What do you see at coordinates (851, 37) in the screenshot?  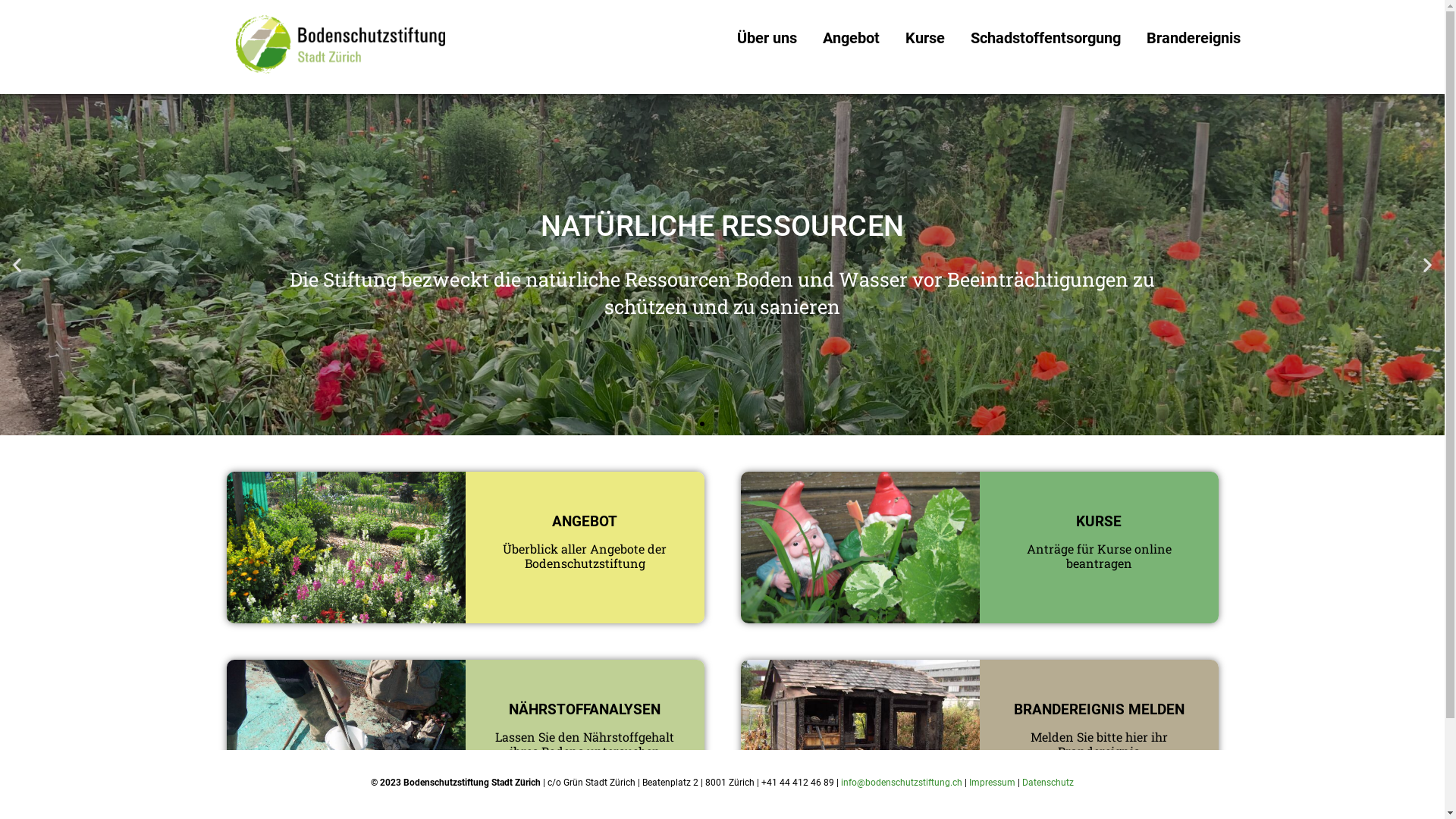 I see `'Angebot'` at bounding box center [851, 37].